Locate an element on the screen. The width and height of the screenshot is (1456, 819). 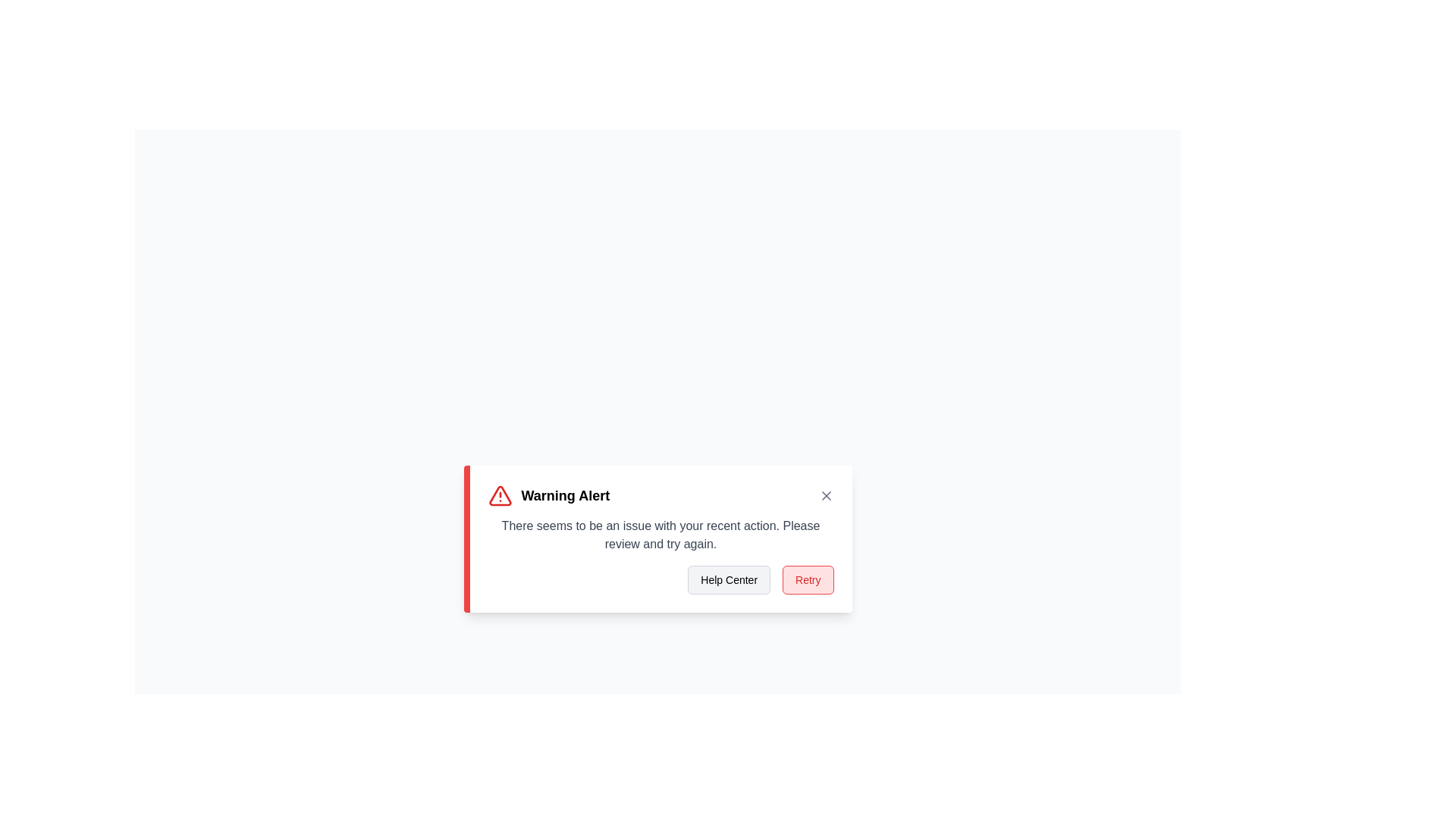
the 'Help Center' button is located at coordinates (729, 579).